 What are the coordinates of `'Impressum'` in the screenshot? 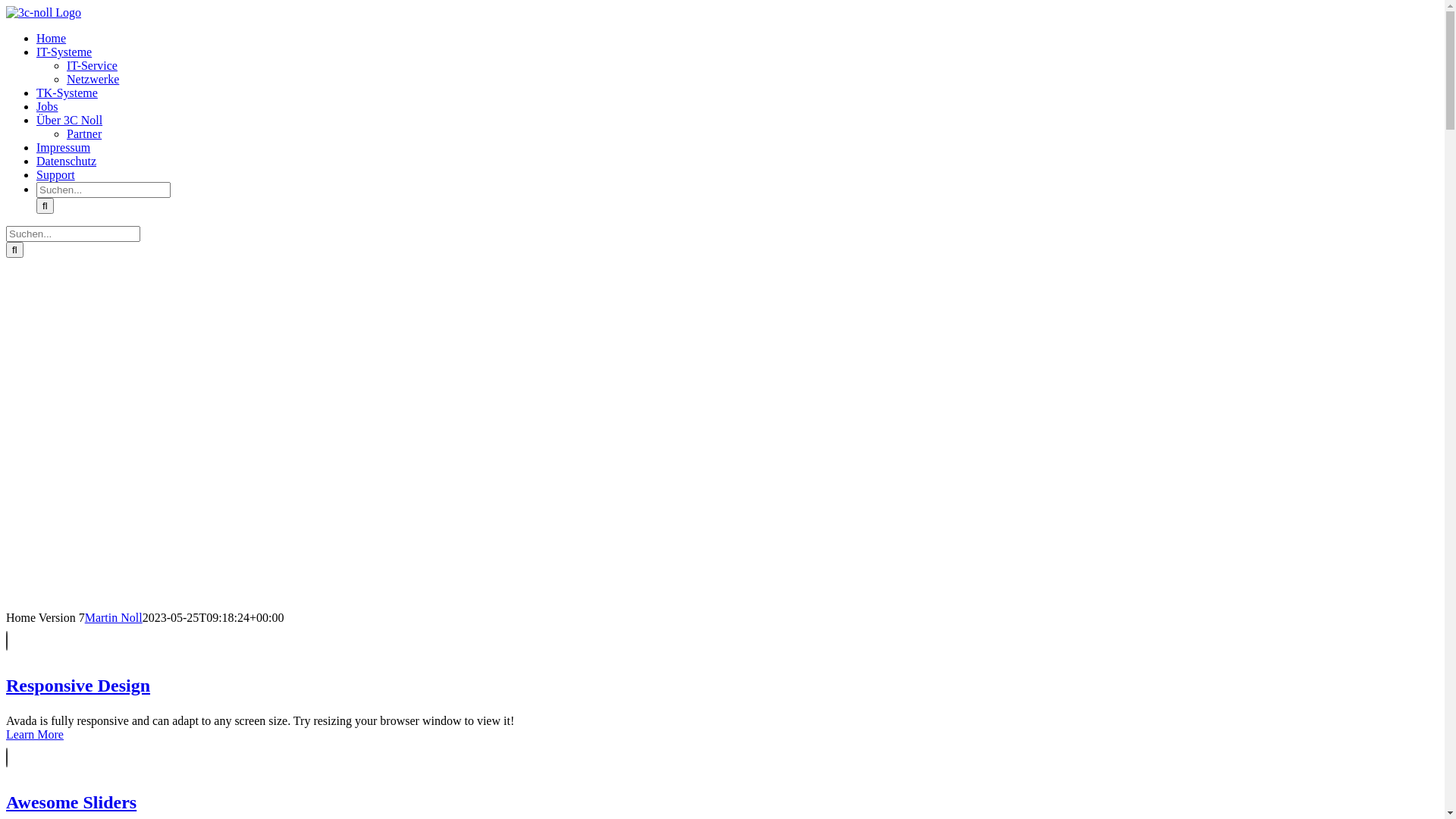 It's located at (62, 147).